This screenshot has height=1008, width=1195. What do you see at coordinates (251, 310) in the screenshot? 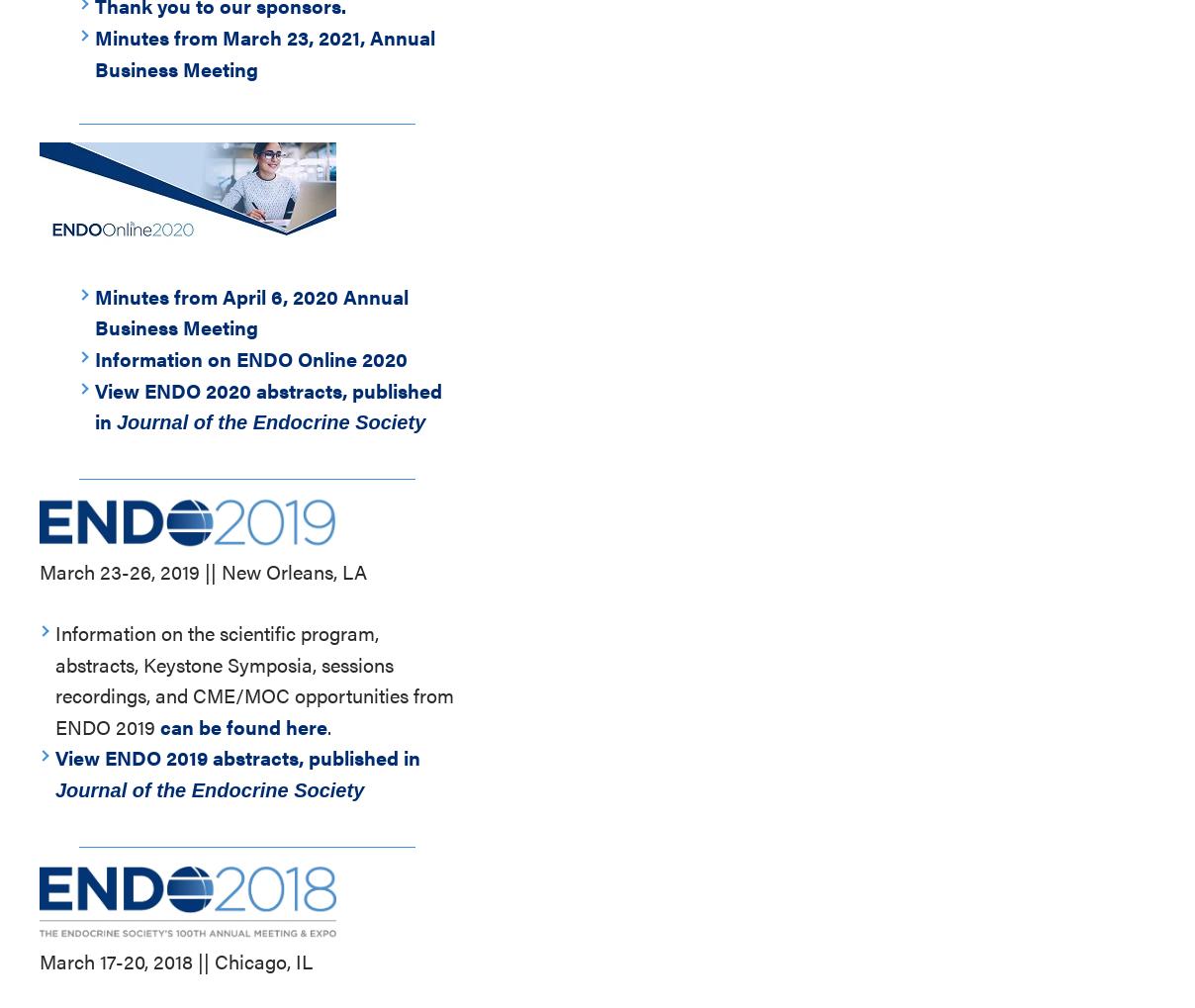
I see `'Minutes from April 6, 2020 Annual Business Meeting'` at bounding box center [251, 310].